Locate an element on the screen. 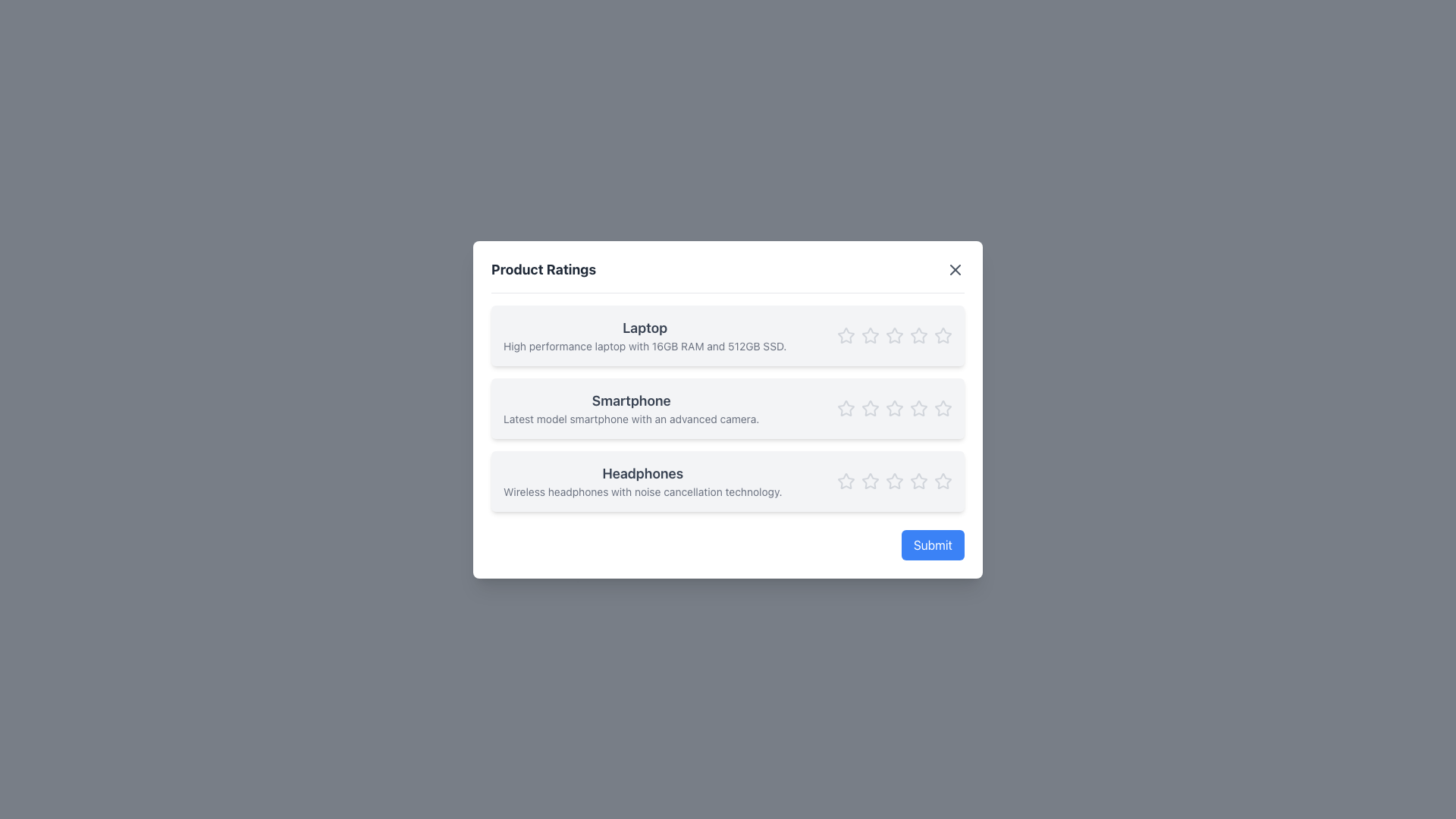 The height and width of the screenshot is (819, 1456). the fifth star-shaped icon in the 'Headphones' section of the rating interface to rate it is located at coordinates (942, 480).